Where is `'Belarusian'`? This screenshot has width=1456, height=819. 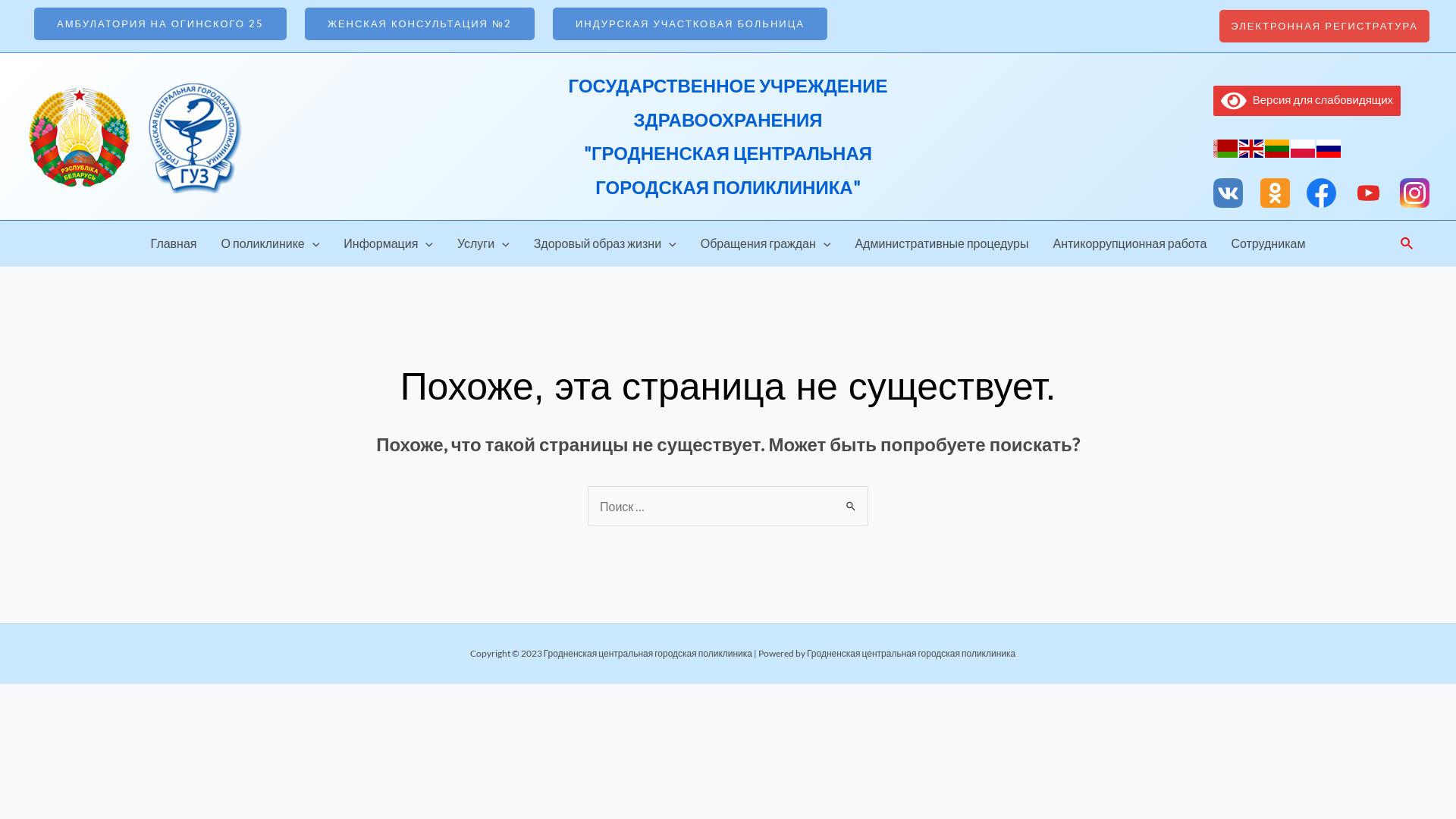 'Belarusian' is located at coordinates (1212, 146).